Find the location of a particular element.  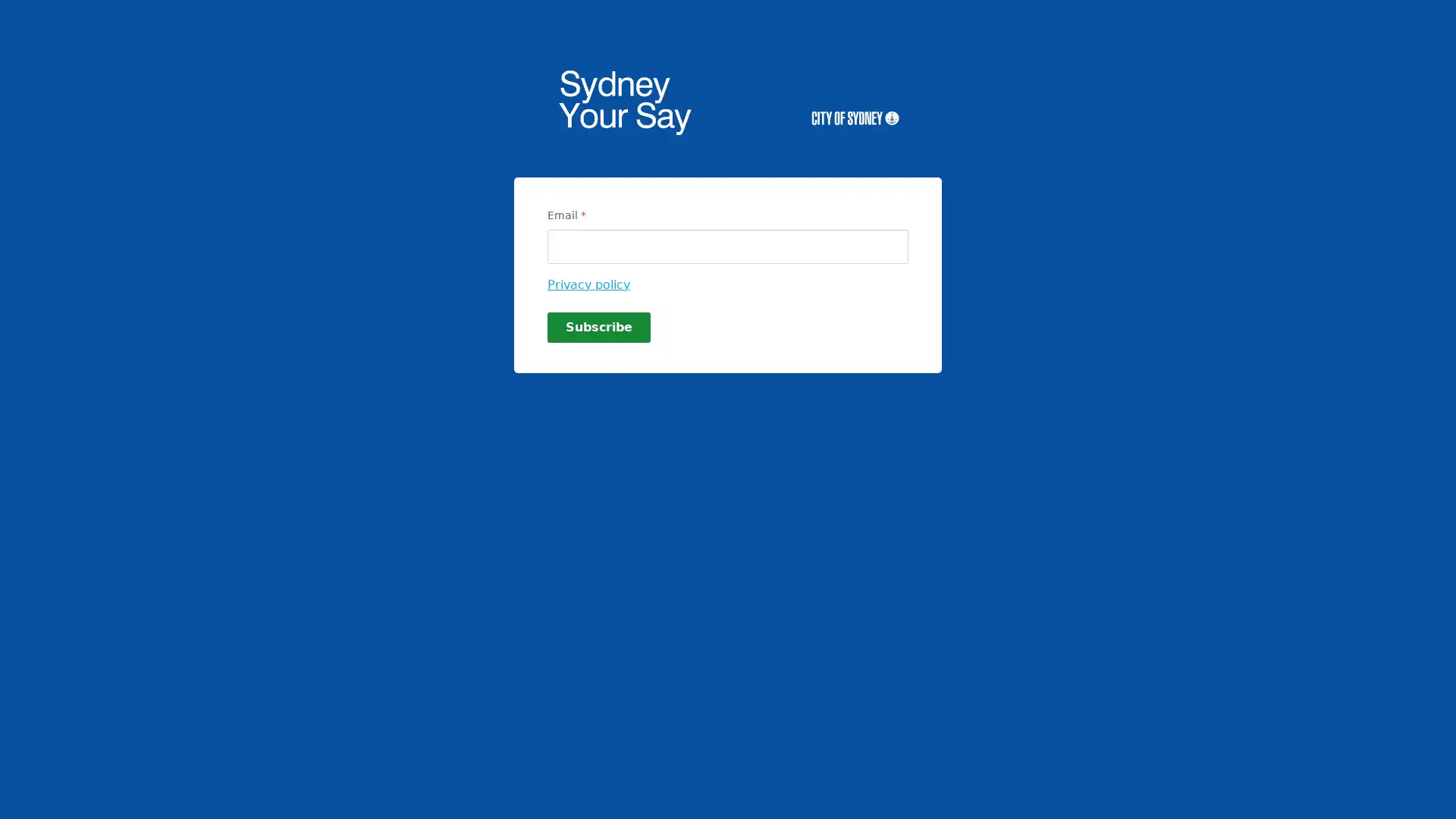

Subscribe is located at coordinates (598, 327).